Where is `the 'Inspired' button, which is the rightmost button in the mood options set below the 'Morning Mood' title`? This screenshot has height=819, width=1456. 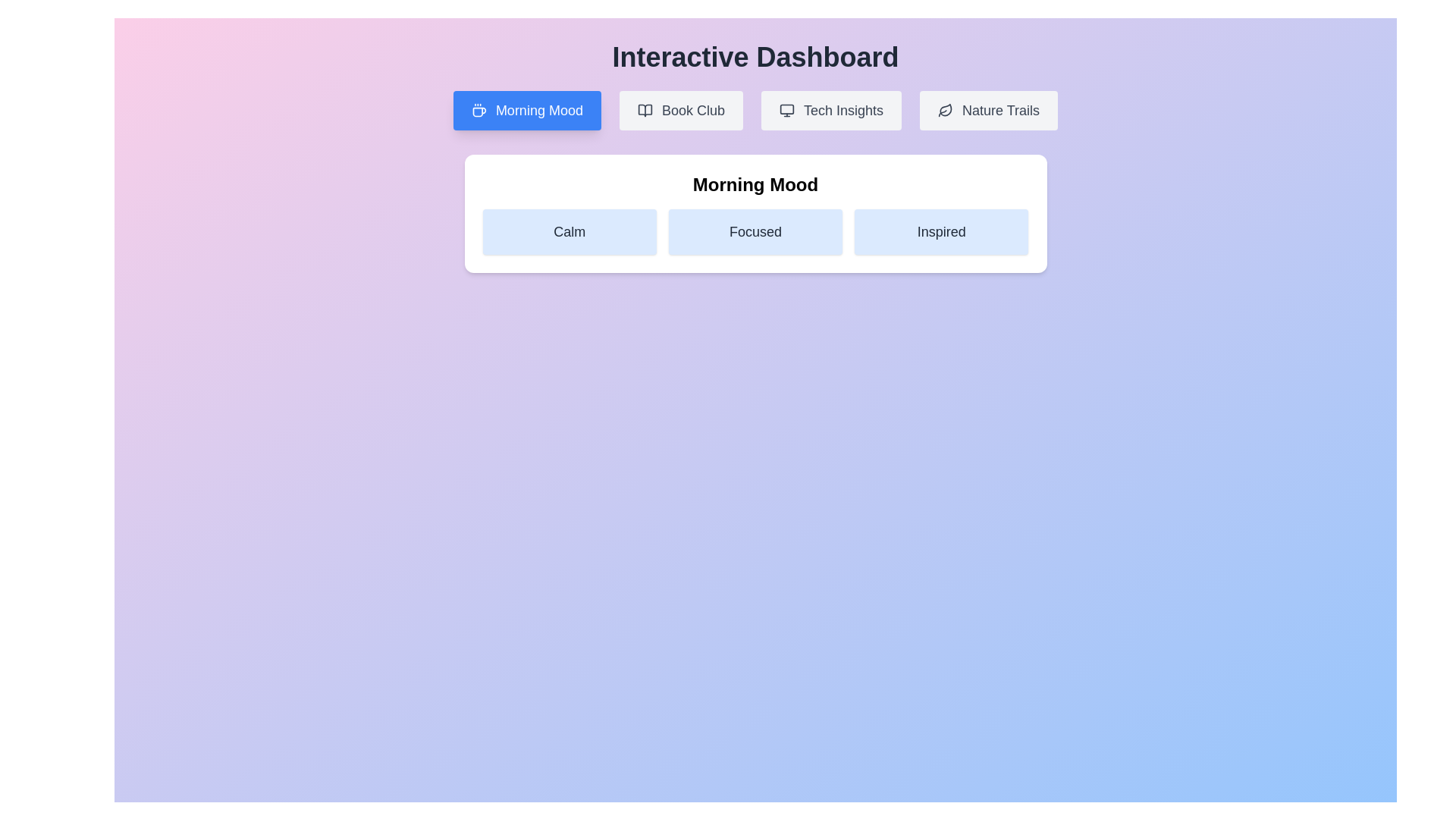 the 'Inspired' button, which is the rightmost button in the mood options set below the 'Morning Mood' title is located at coordinates (940, 231).